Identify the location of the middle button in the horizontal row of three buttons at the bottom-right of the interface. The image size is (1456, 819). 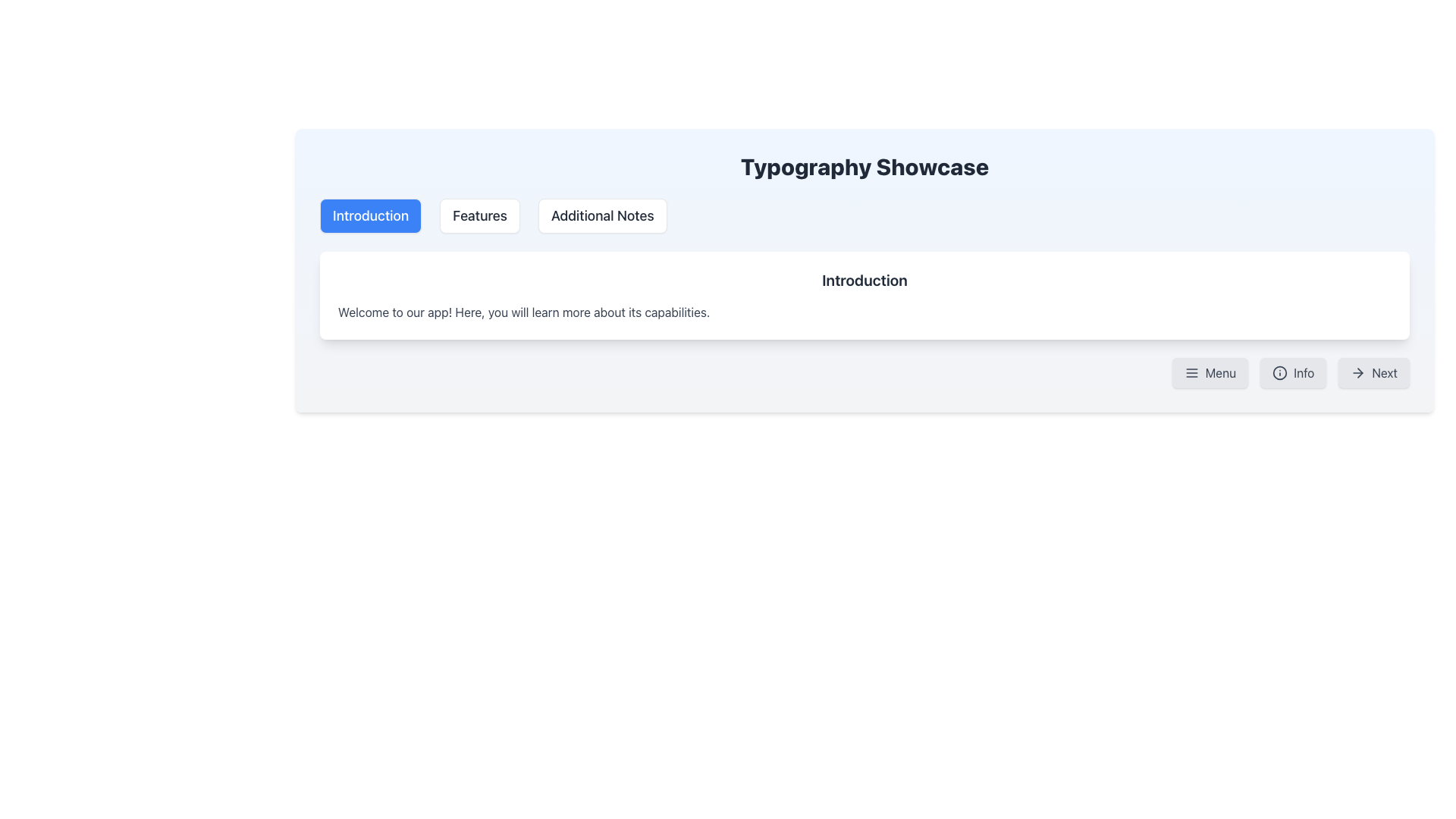
(1292, 373).